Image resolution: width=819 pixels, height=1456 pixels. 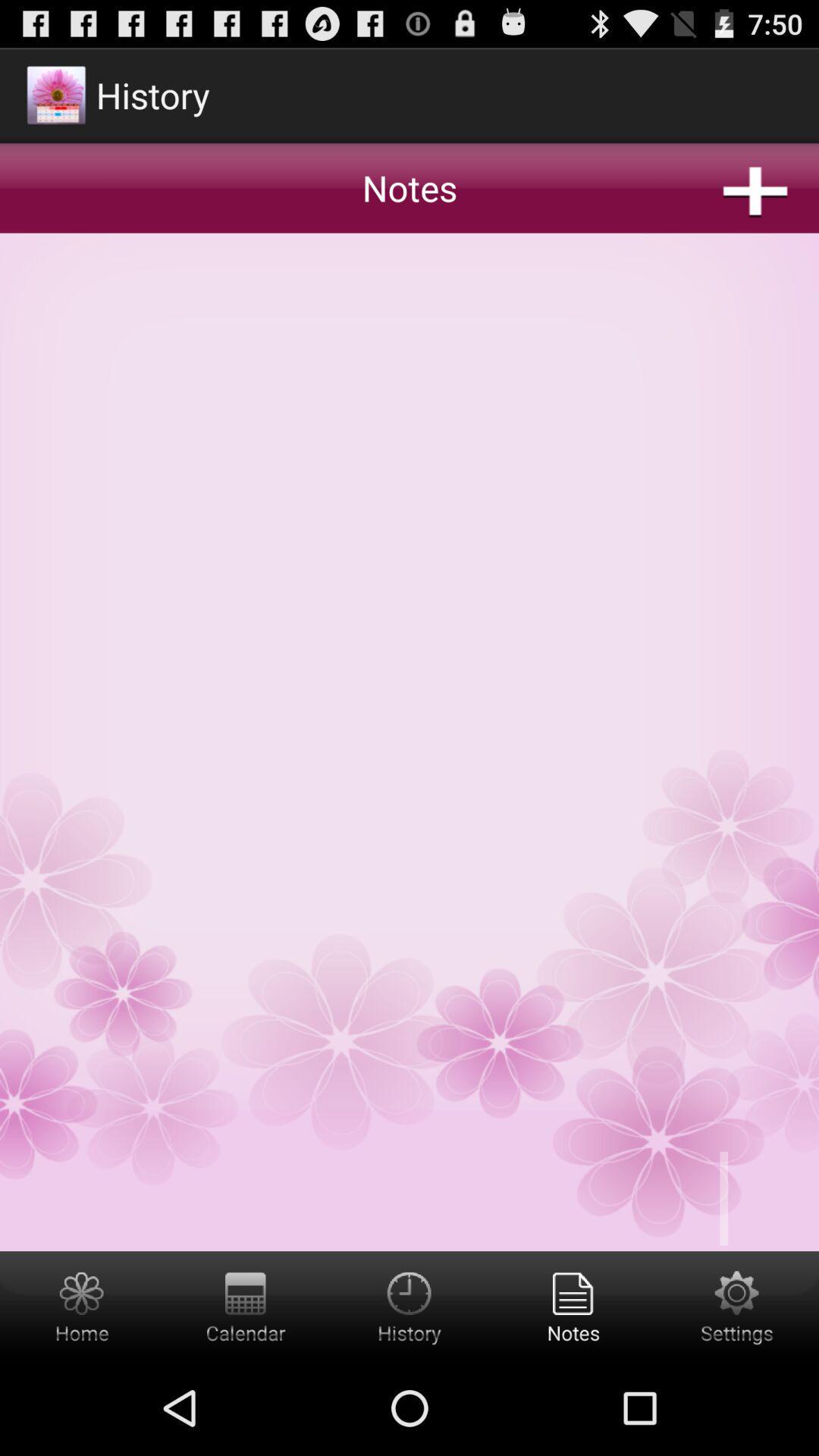 What do you see at coordinates (573, 1305) in the screenshot?
I see `notes` at bounding box center [573, 1305].